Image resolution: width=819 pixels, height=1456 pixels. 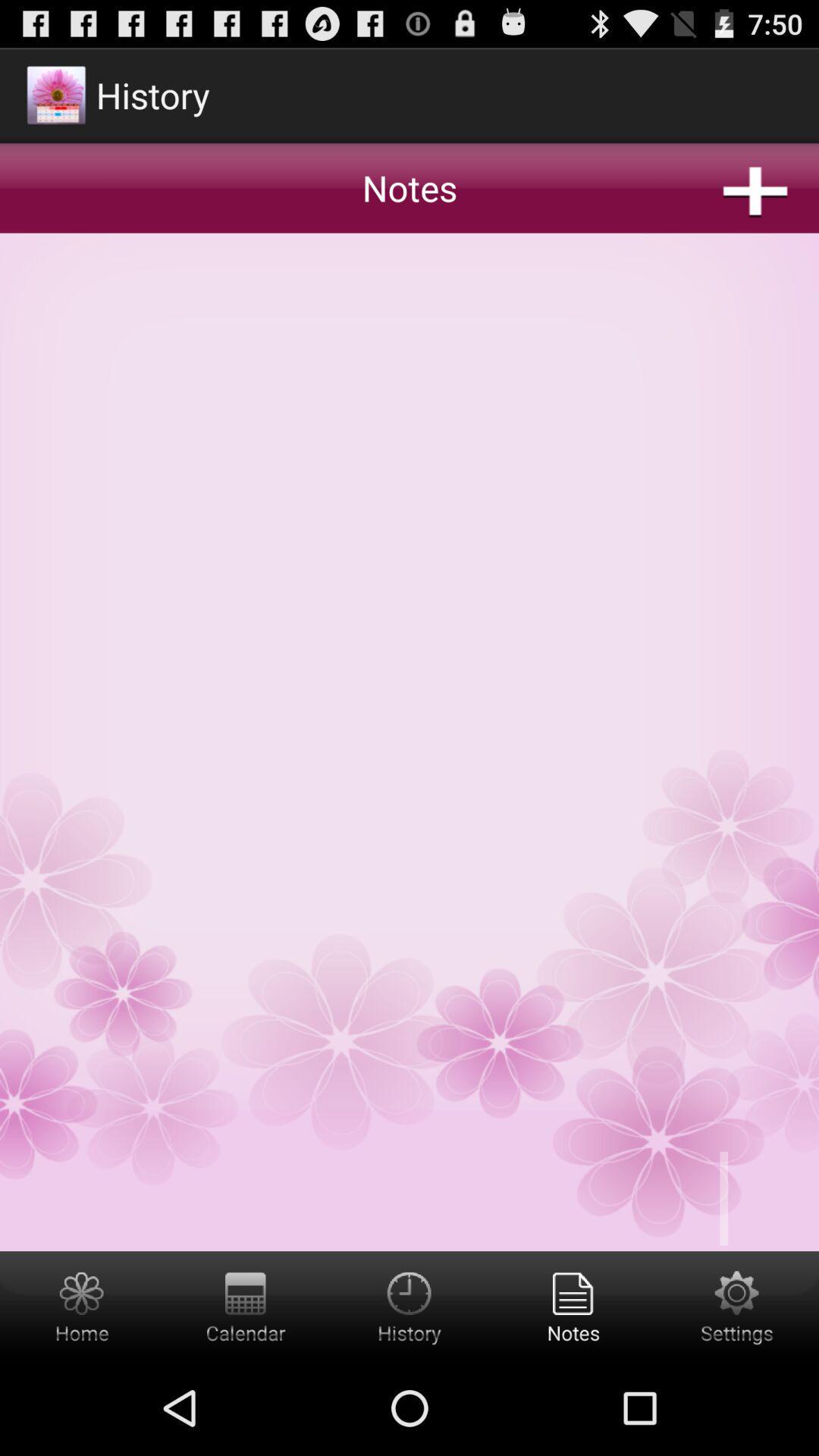 What do you see at coordinates (573, 1305) in the screenshot?
I see `notes` at bounding box center [573, 1305].